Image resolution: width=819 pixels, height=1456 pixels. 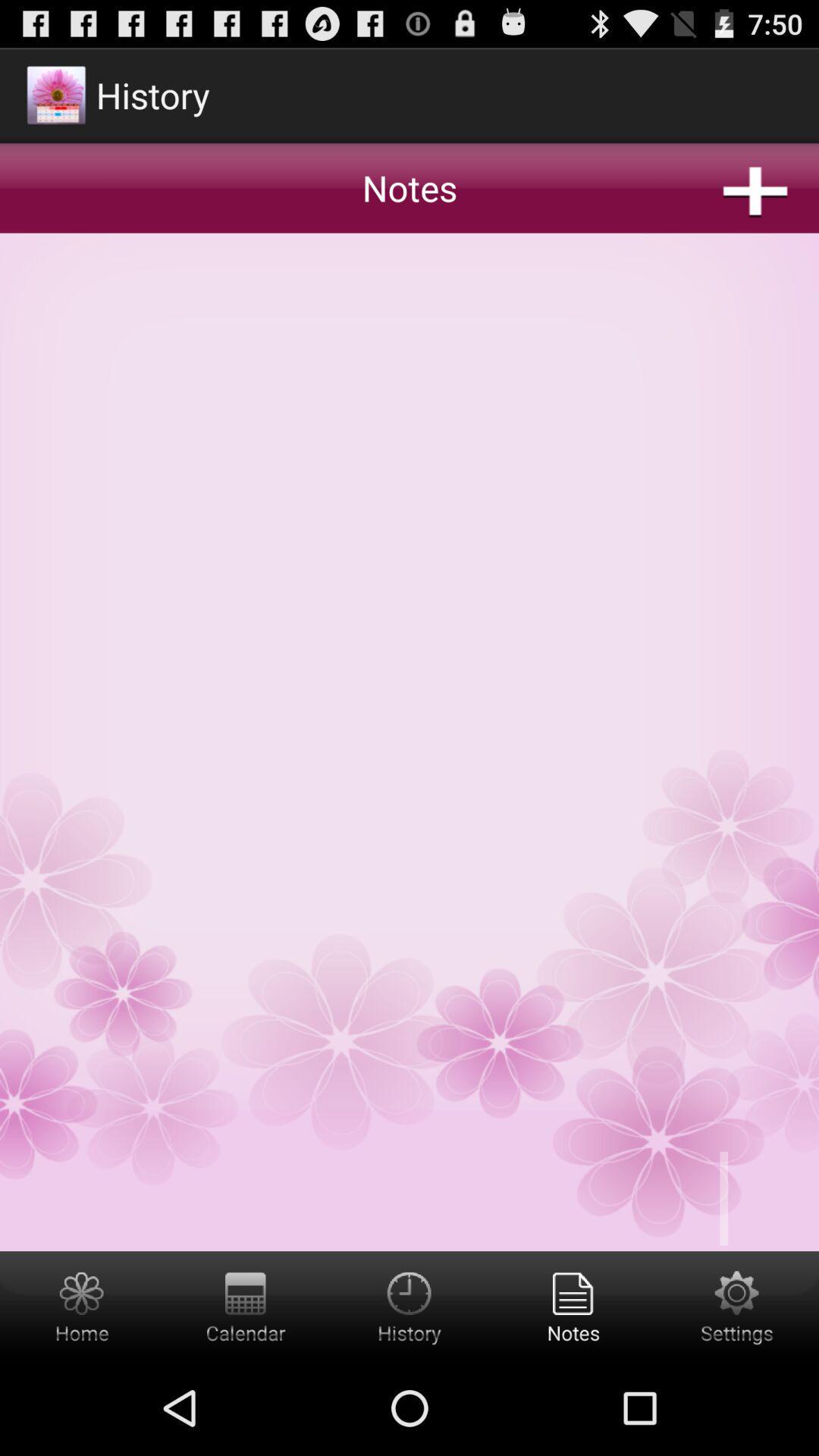 What do you see at coordinates (573, 1305) in the screenshot?
I see `notes` at bounding box center [573, 1305].